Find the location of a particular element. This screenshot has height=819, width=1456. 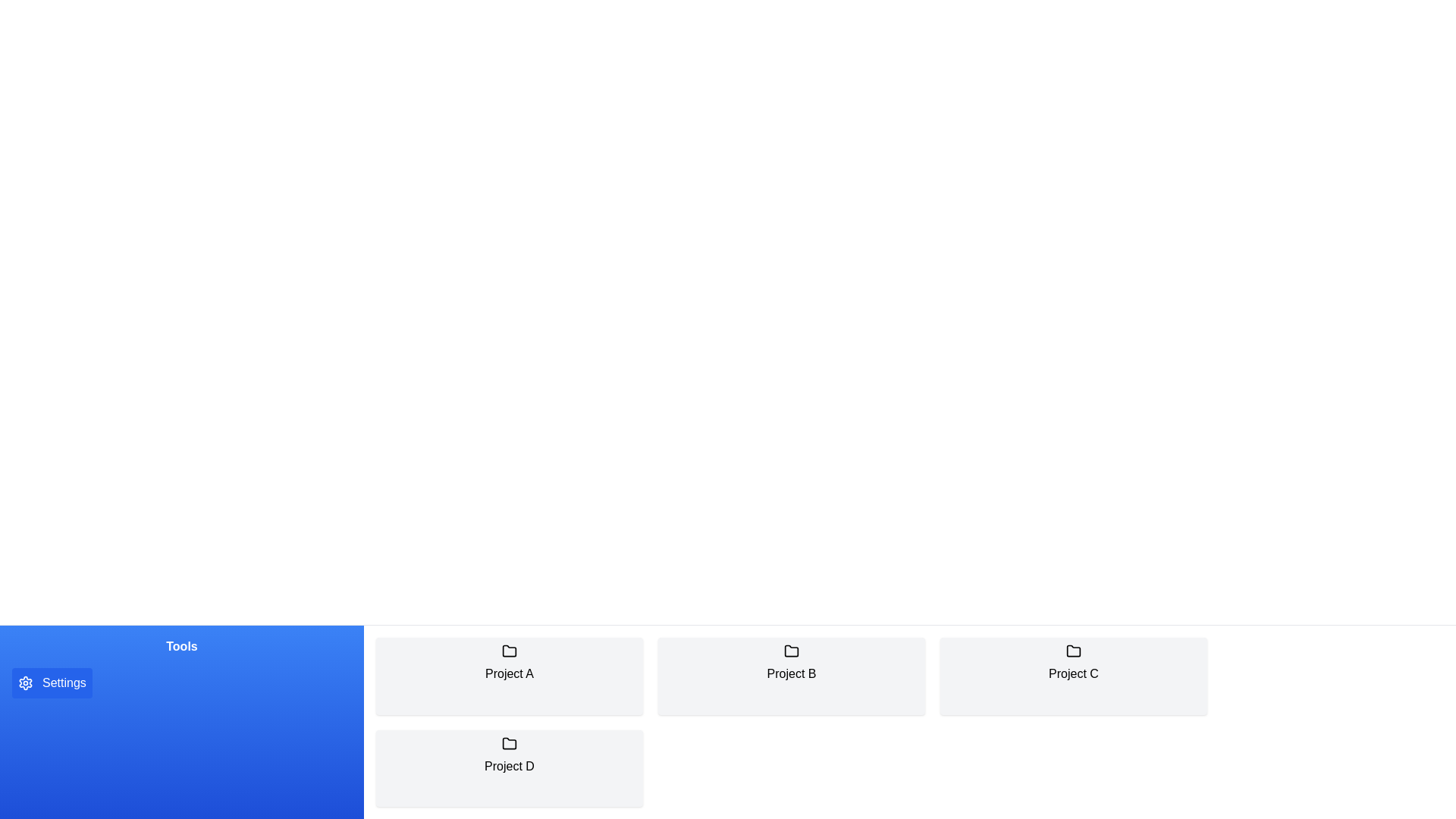

the folder icon labeled 'Project B' located is located at coordinates (790, 649).